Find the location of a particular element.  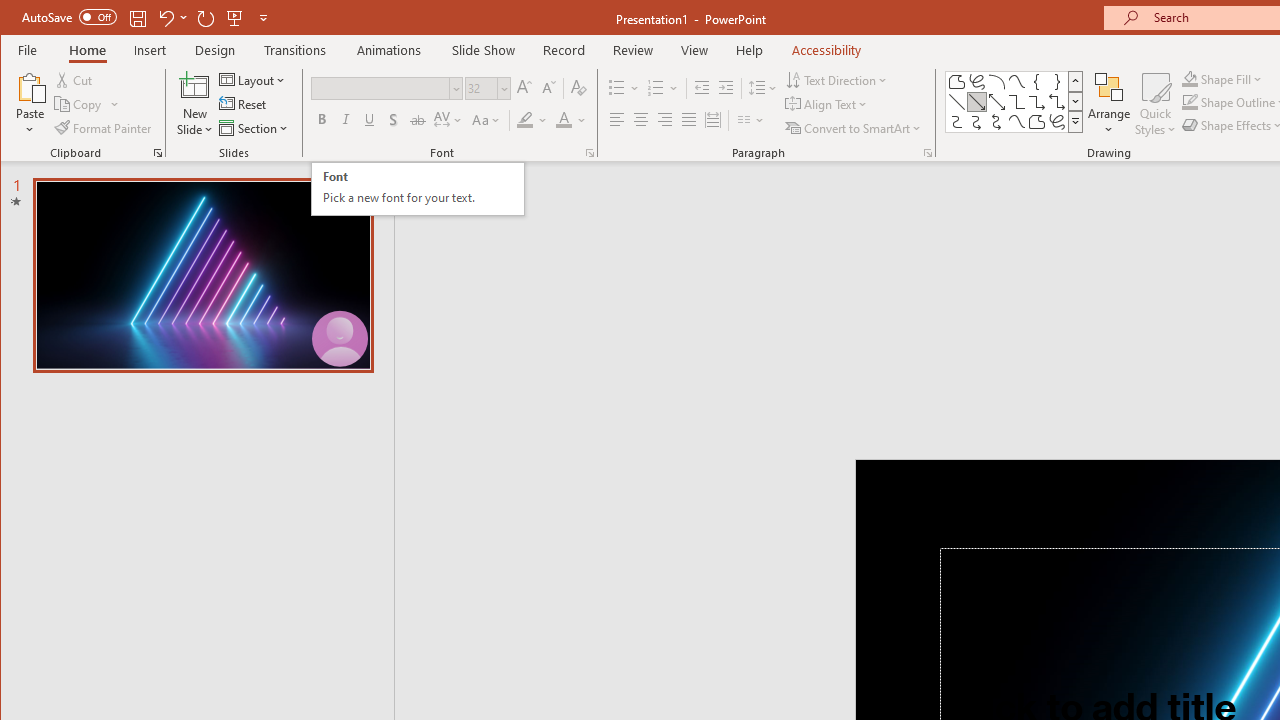

'Line Arrow: Double' is located at coordinates (997, 102).